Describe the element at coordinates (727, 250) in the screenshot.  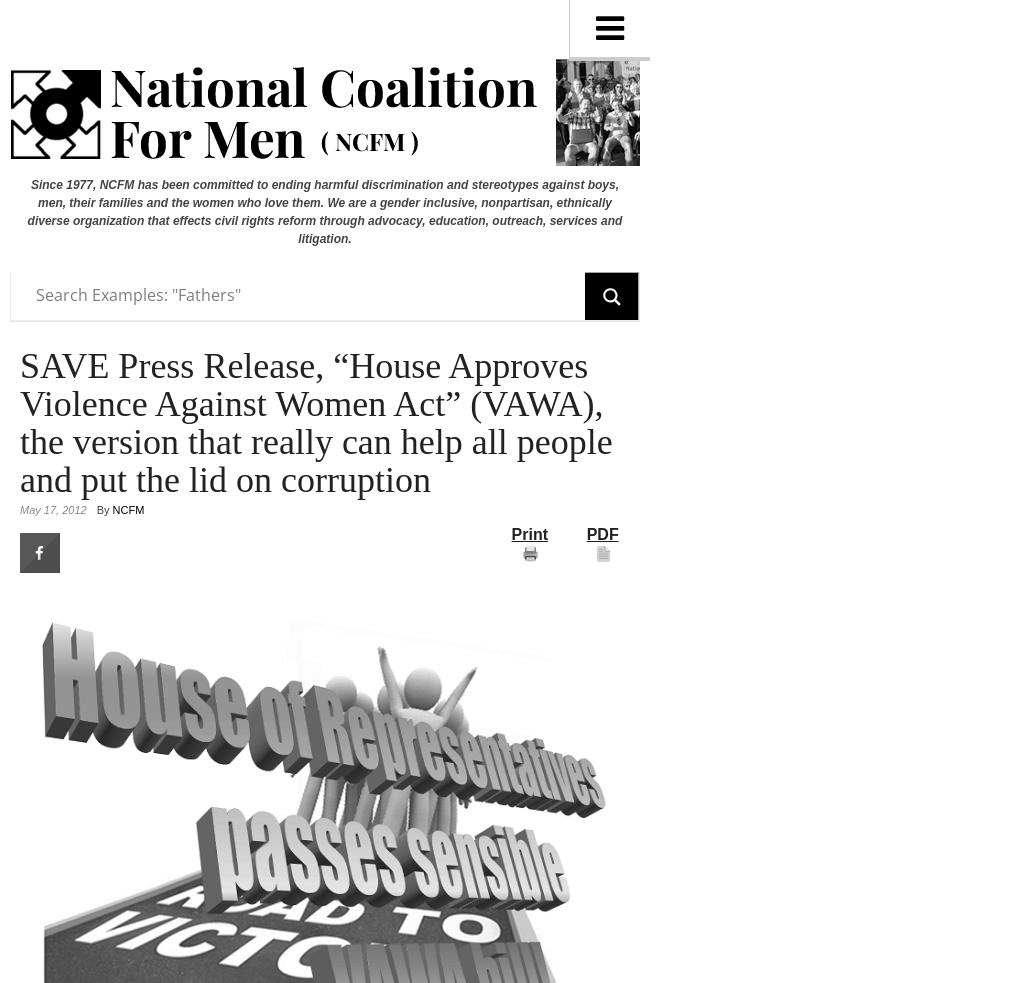
I see `'Board of Directors'` at that location.